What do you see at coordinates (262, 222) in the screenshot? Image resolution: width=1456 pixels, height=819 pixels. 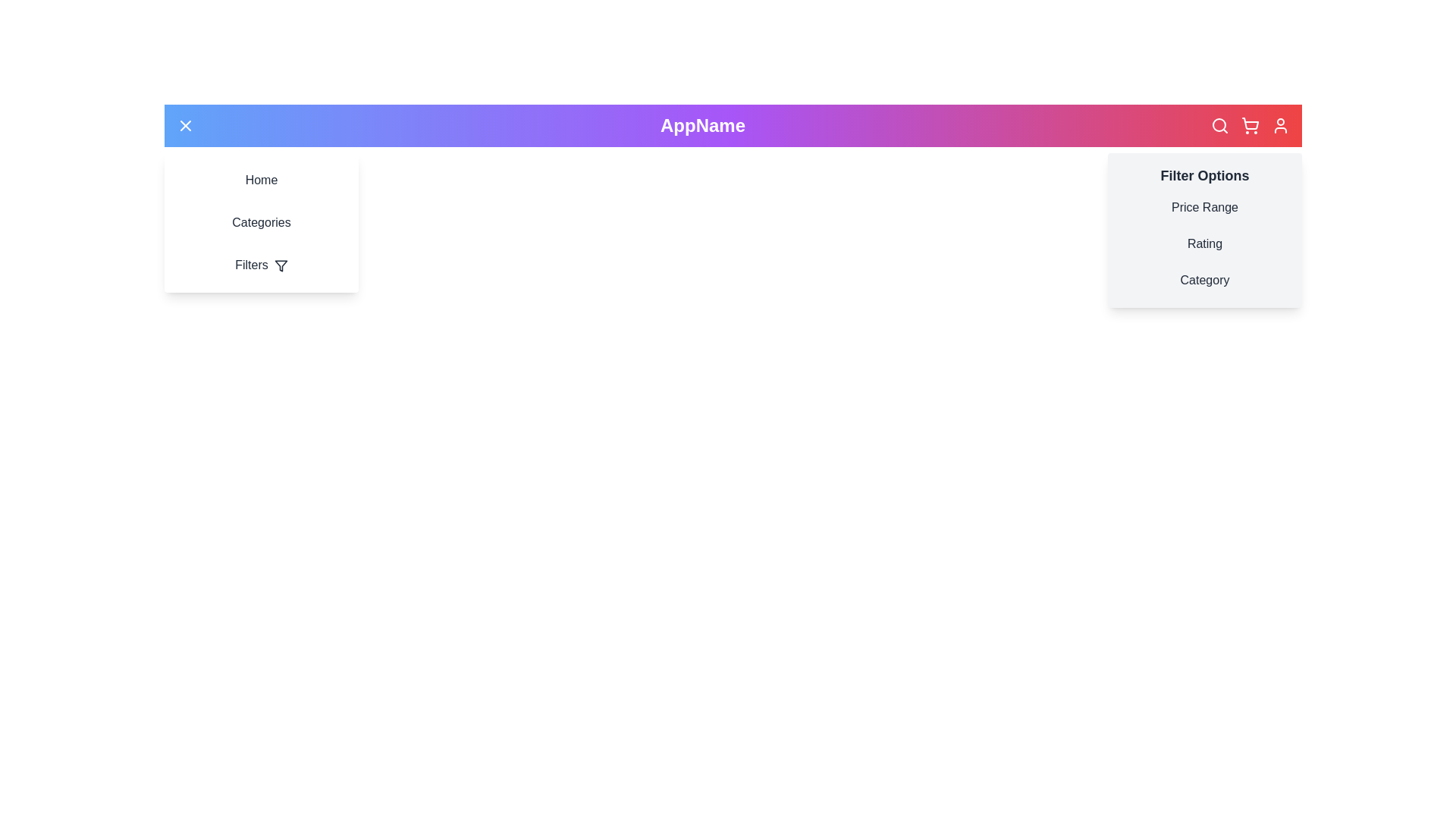 I see `the dropdown menu located near the top-left corner of the interface` at bounding box center [262, 222].